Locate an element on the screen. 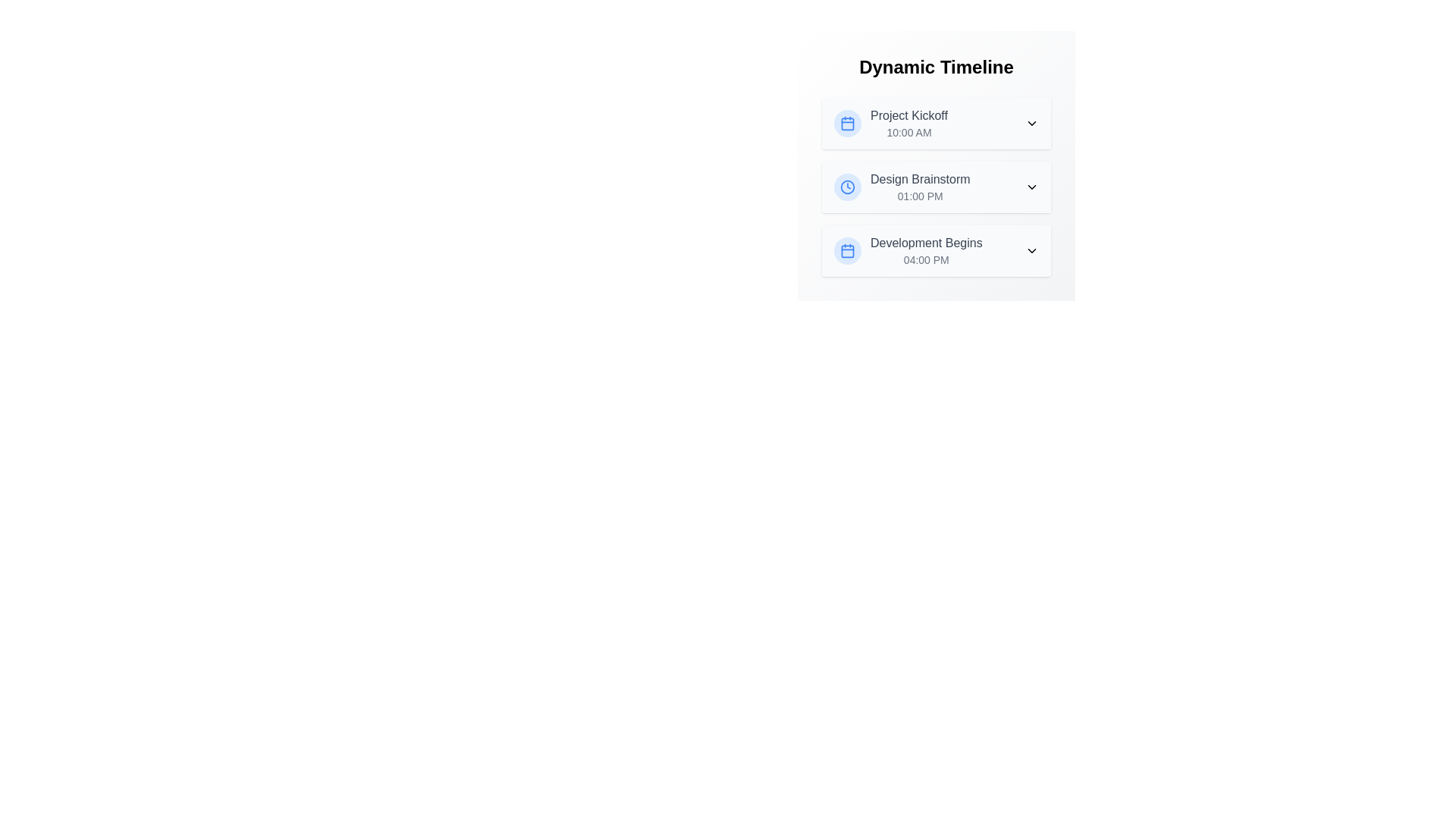  the 'Design Brainstorm' Event item in the timeline view is located at coordinates (902, 186).